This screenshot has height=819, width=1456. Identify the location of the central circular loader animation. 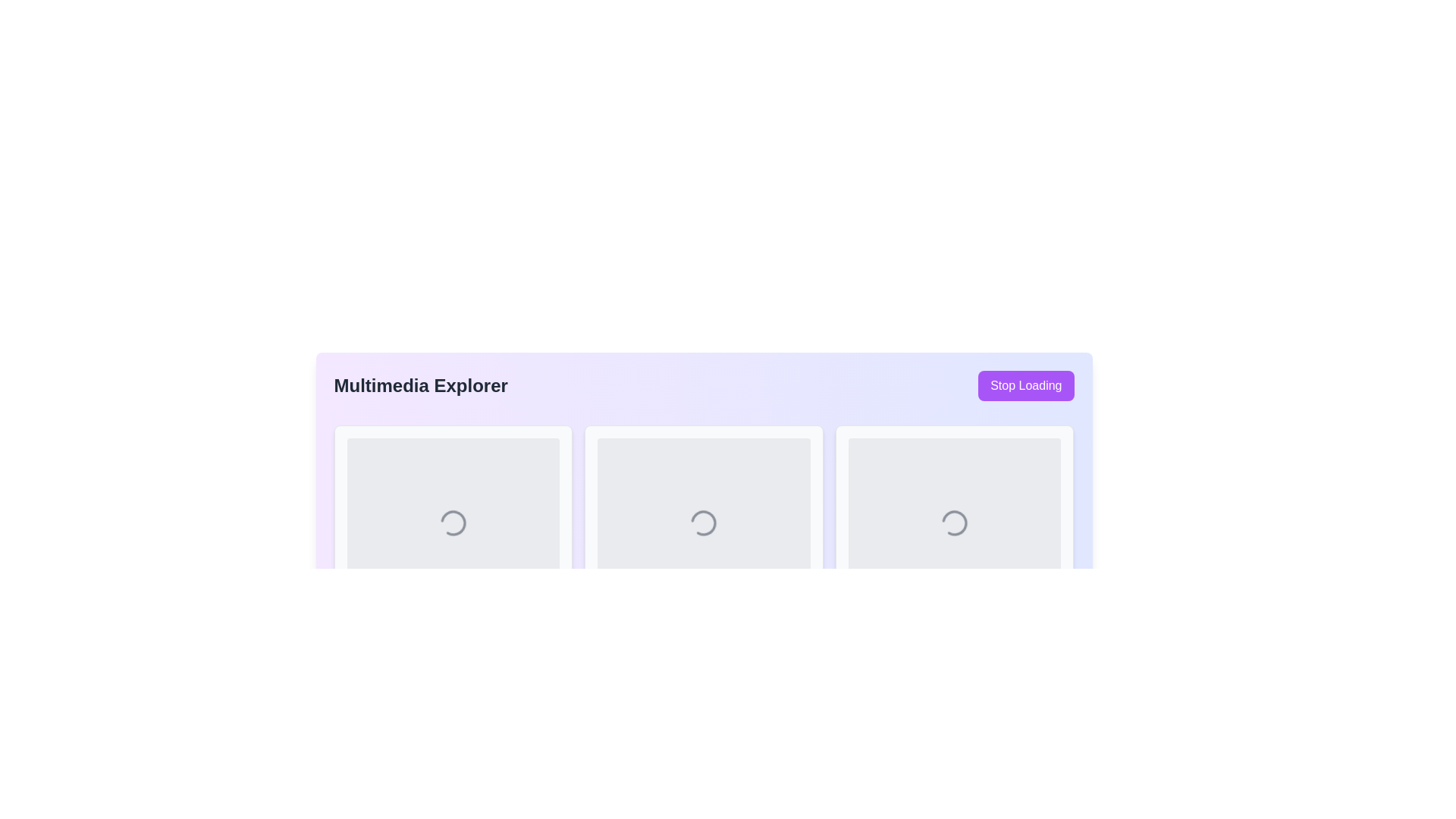
(703, 522).